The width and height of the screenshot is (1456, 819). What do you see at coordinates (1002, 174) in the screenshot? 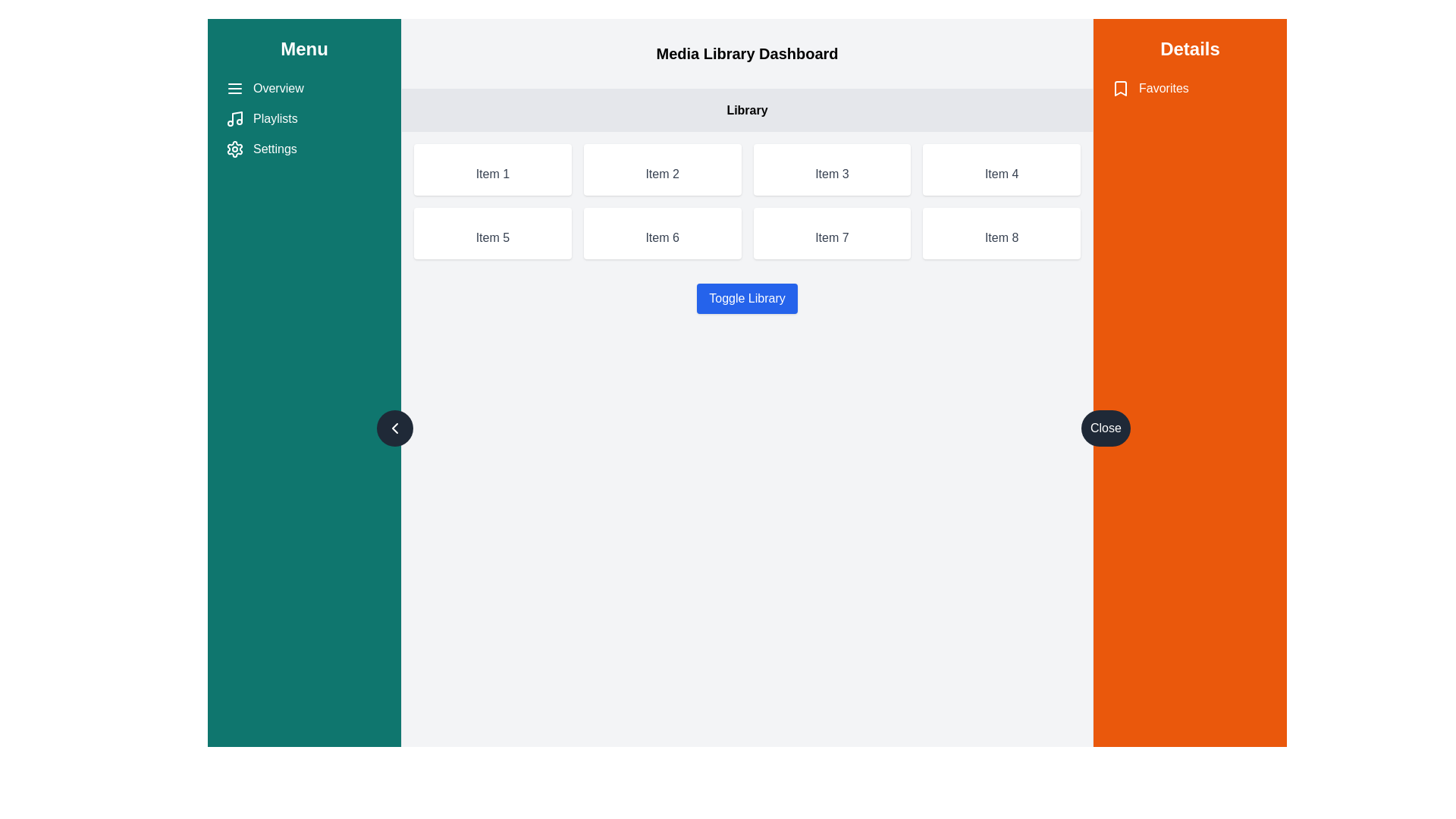
I see `the Text label displaying 'Item 4', which is located in the Library section within a white rectangular card` at bounding box center [1002, 174].